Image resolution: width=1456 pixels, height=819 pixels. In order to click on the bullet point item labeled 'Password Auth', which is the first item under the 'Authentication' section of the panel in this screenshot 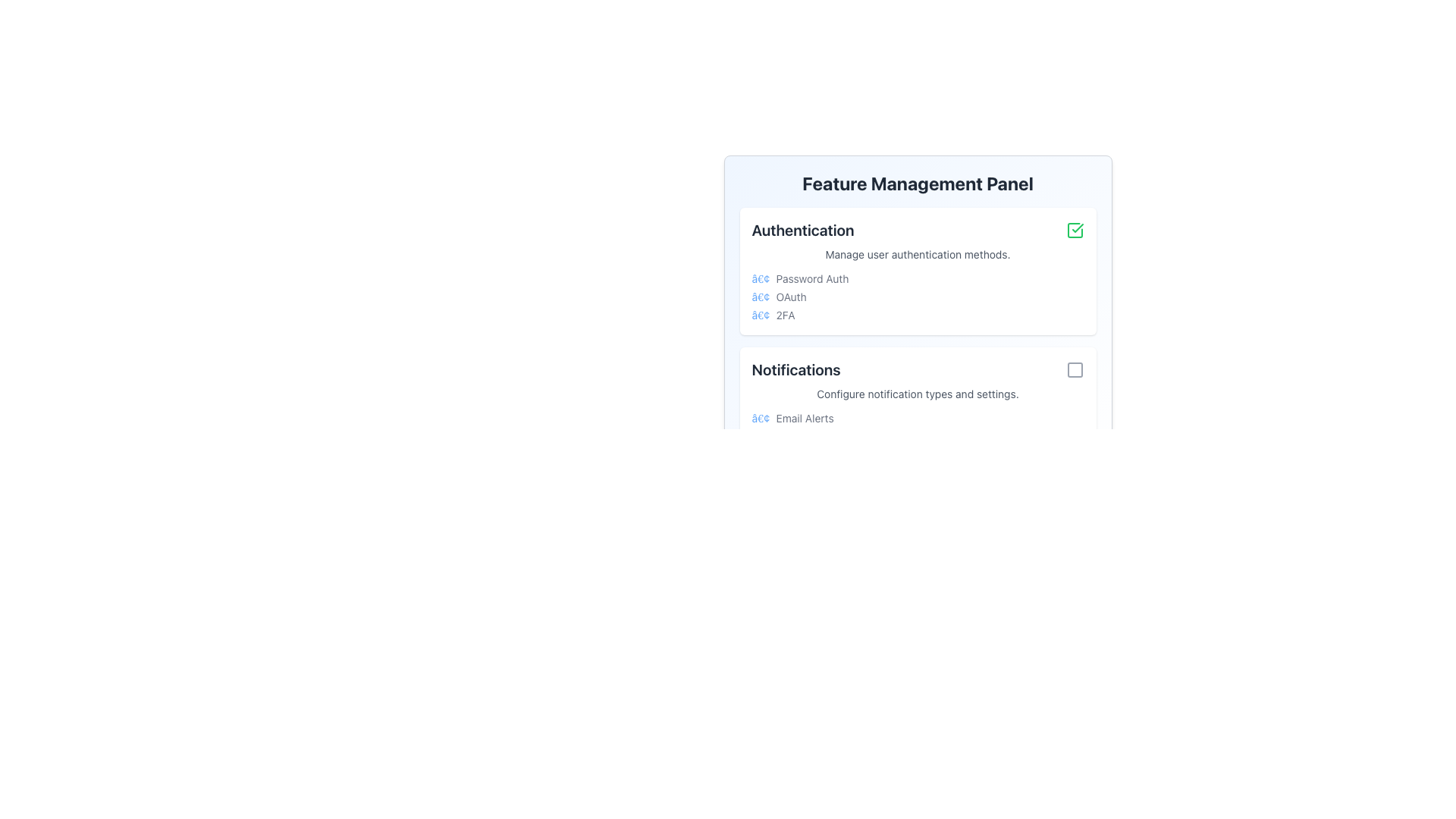, I will do `click(917, 278)`.